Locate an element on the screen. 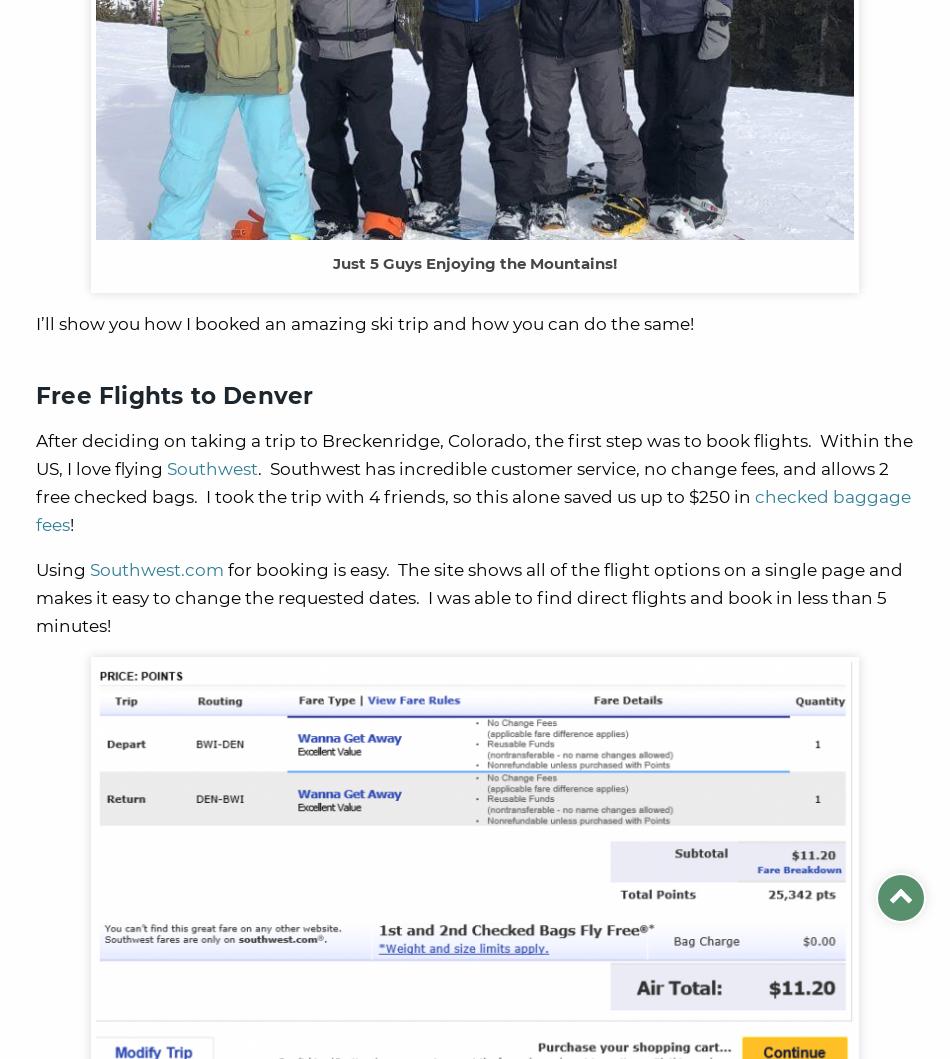 Image resolution: width=950 pixels, height=1059 pixels. 'Using' is located at coordinates (62, 568).